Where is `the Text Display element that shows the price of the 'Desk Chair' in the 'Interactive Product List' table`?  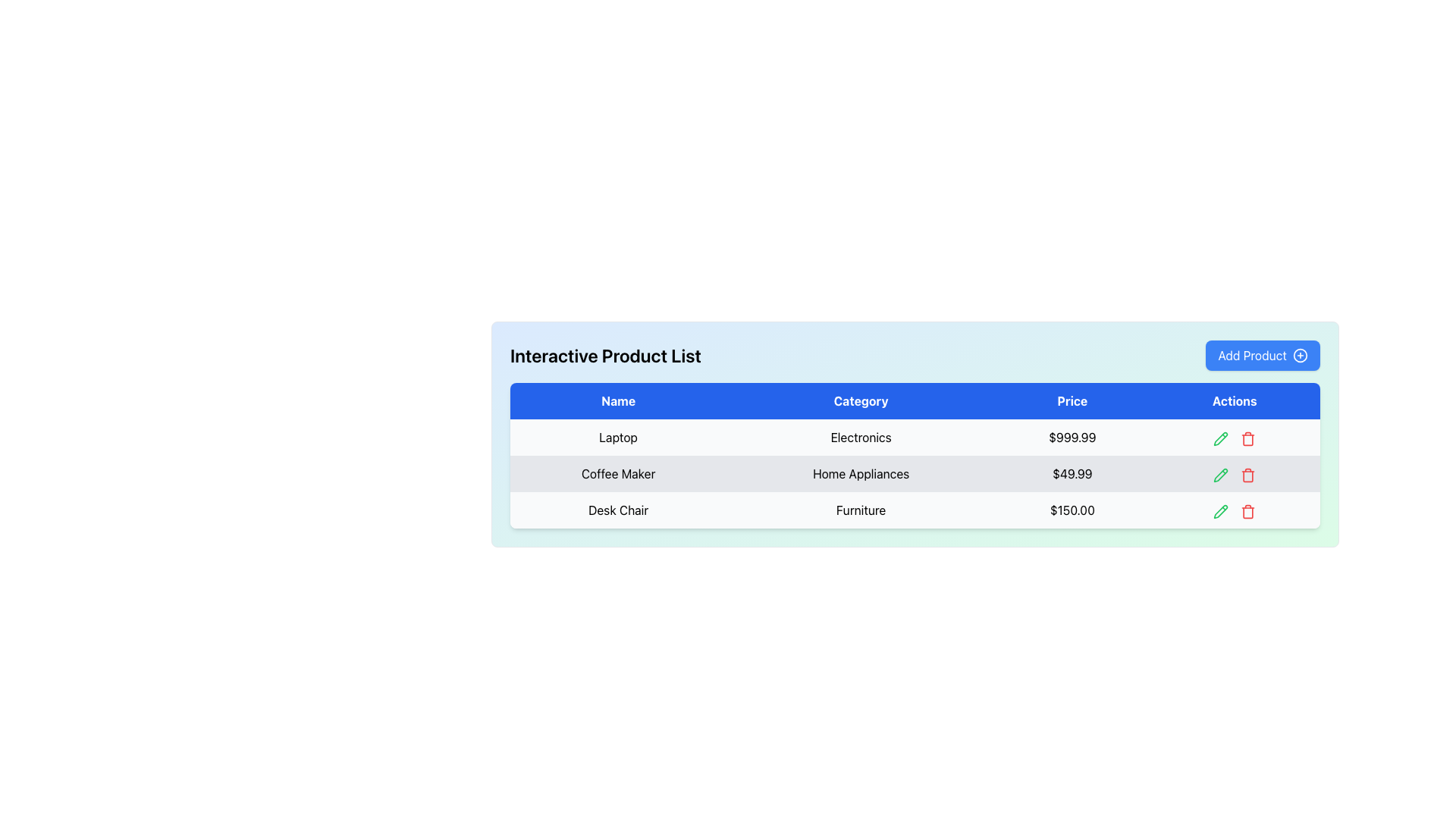
the Text Display element that shows the price of the 'Desk Chair' in the 'Interactive Product List' table is located at coordinates (1072, 510).